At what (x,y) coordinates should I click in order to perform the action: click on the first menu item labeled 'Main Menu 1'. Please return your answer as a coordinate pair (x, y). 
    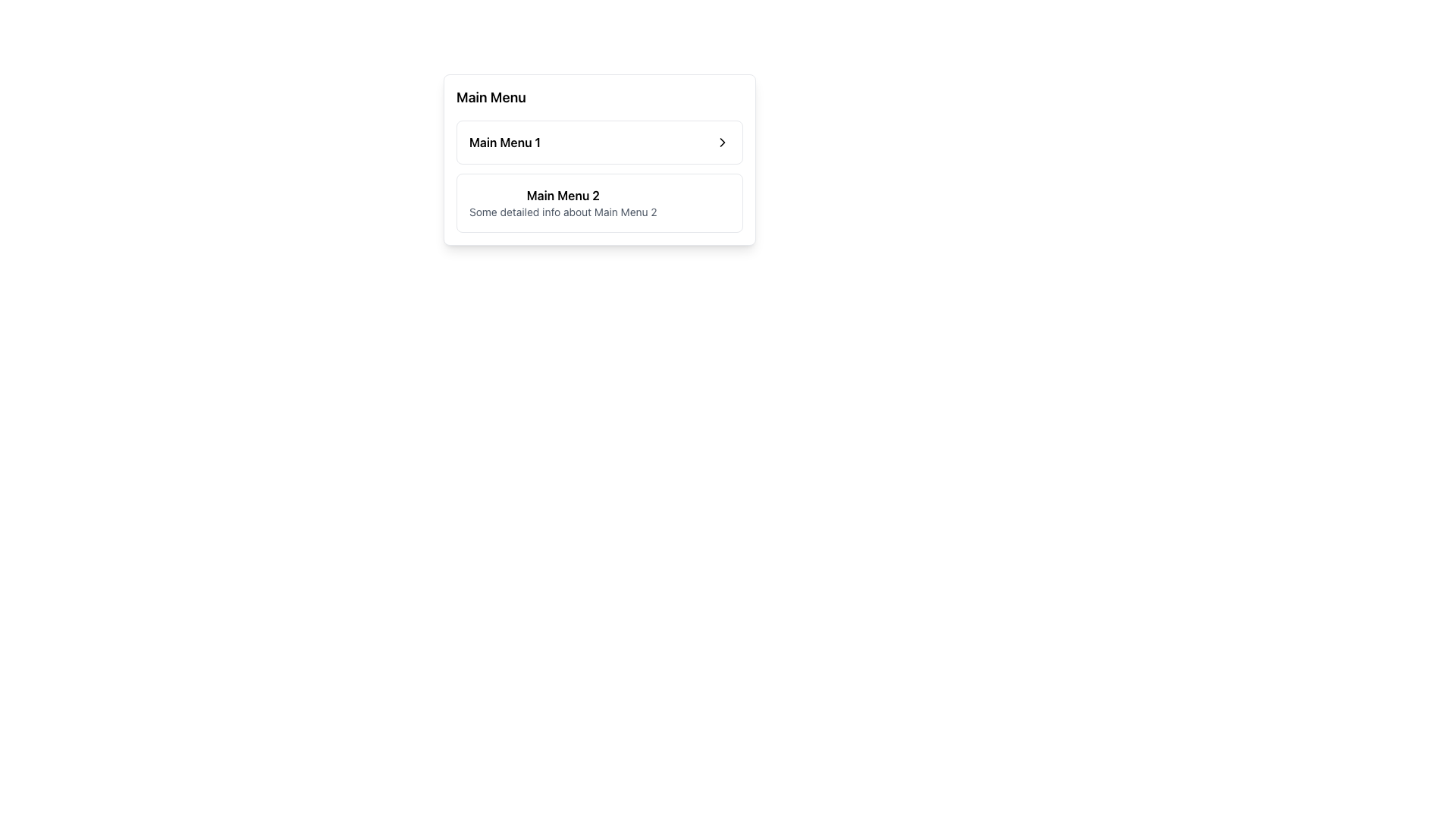
    Looking at the image, I should click on (599, 143).